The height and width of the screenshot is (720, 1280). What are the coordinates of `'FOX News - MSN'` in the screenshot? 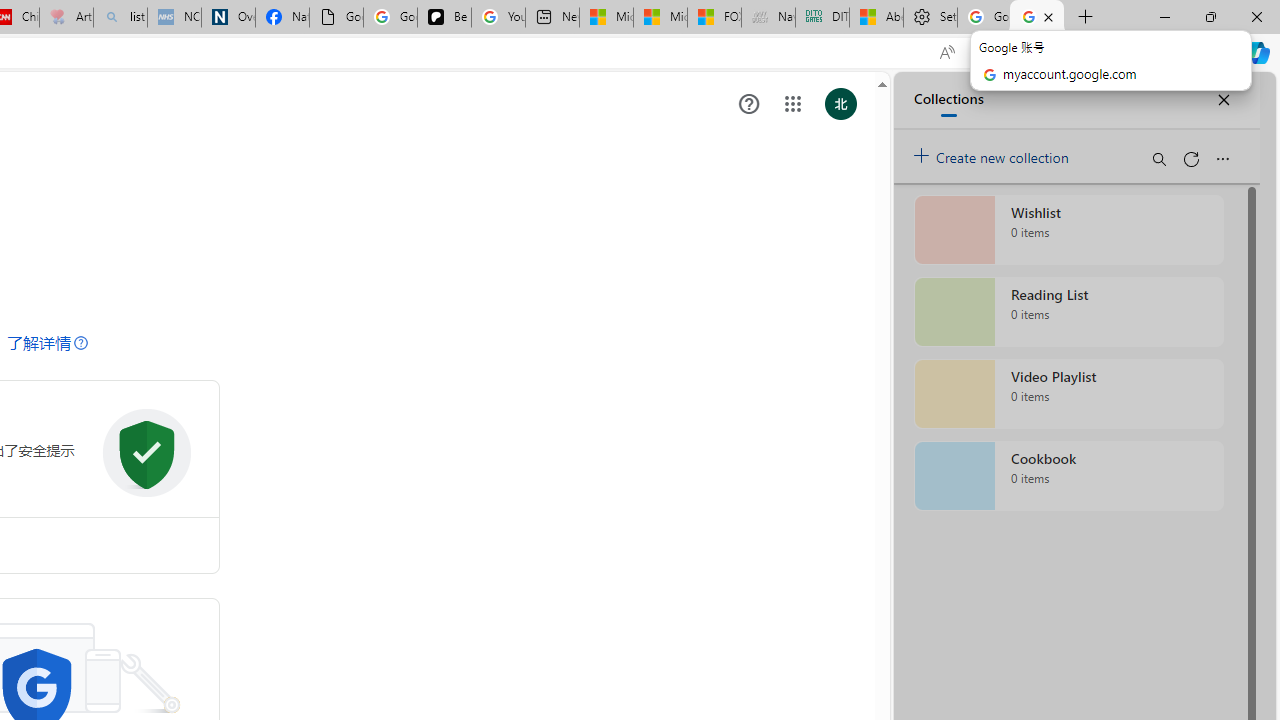 It's located at (714, 17).